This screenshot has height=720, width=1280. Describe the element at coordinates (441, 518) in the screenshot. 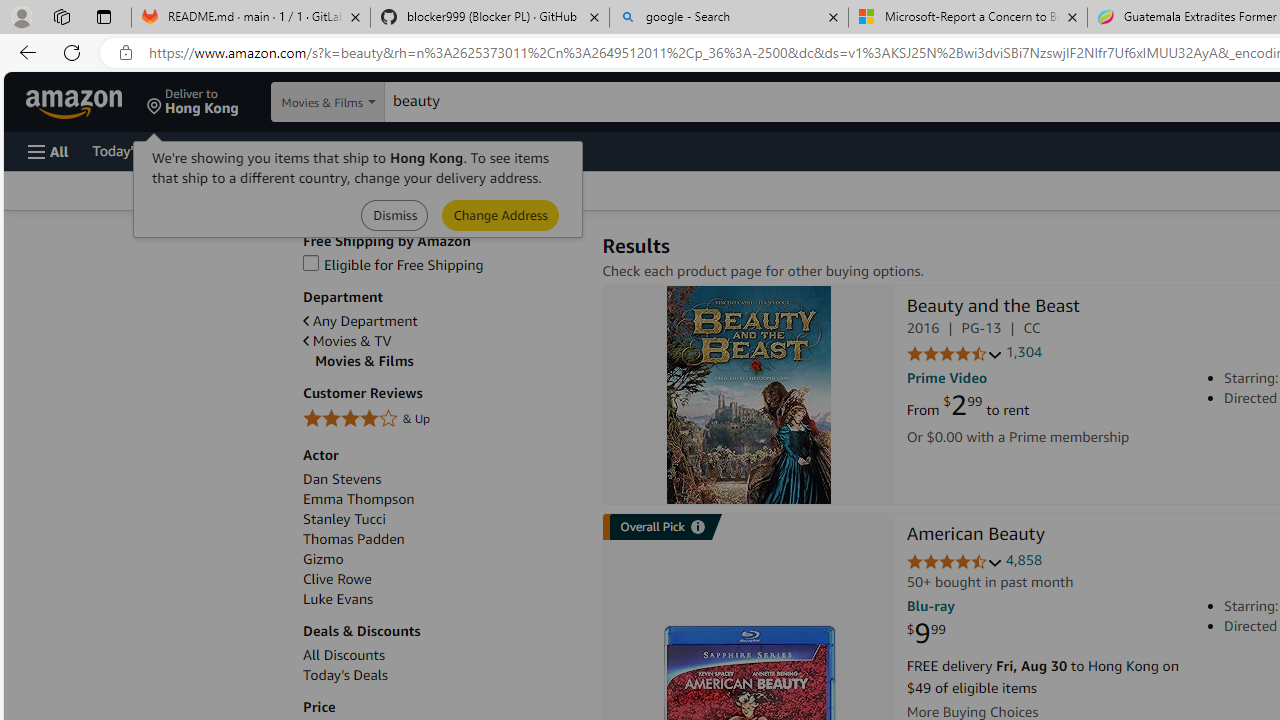

I see `'Stanley Tucci'` at that location.